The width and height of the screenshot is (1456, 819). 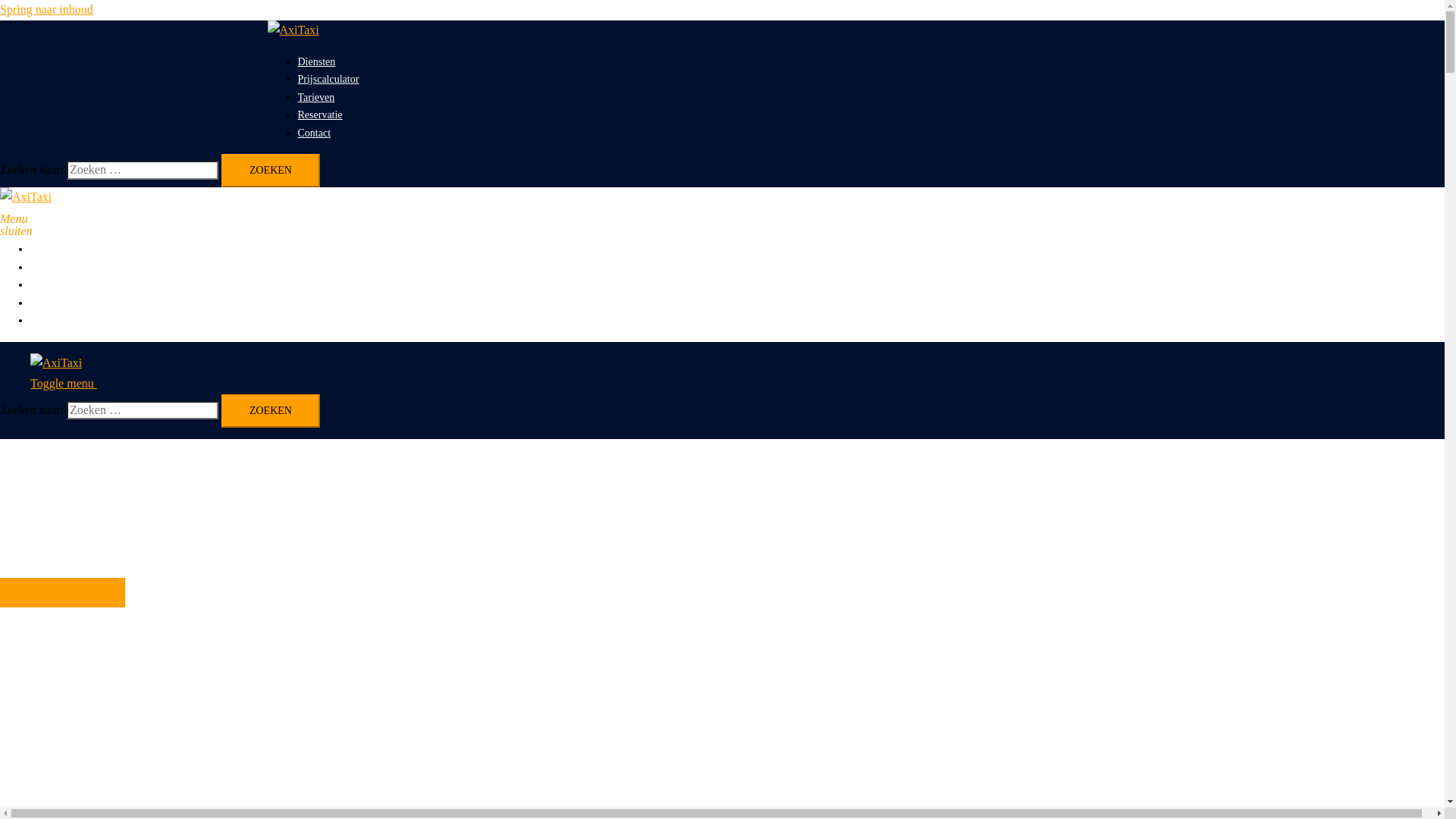 I want to click on 'Toggle menu', so click(x=68, y=382).